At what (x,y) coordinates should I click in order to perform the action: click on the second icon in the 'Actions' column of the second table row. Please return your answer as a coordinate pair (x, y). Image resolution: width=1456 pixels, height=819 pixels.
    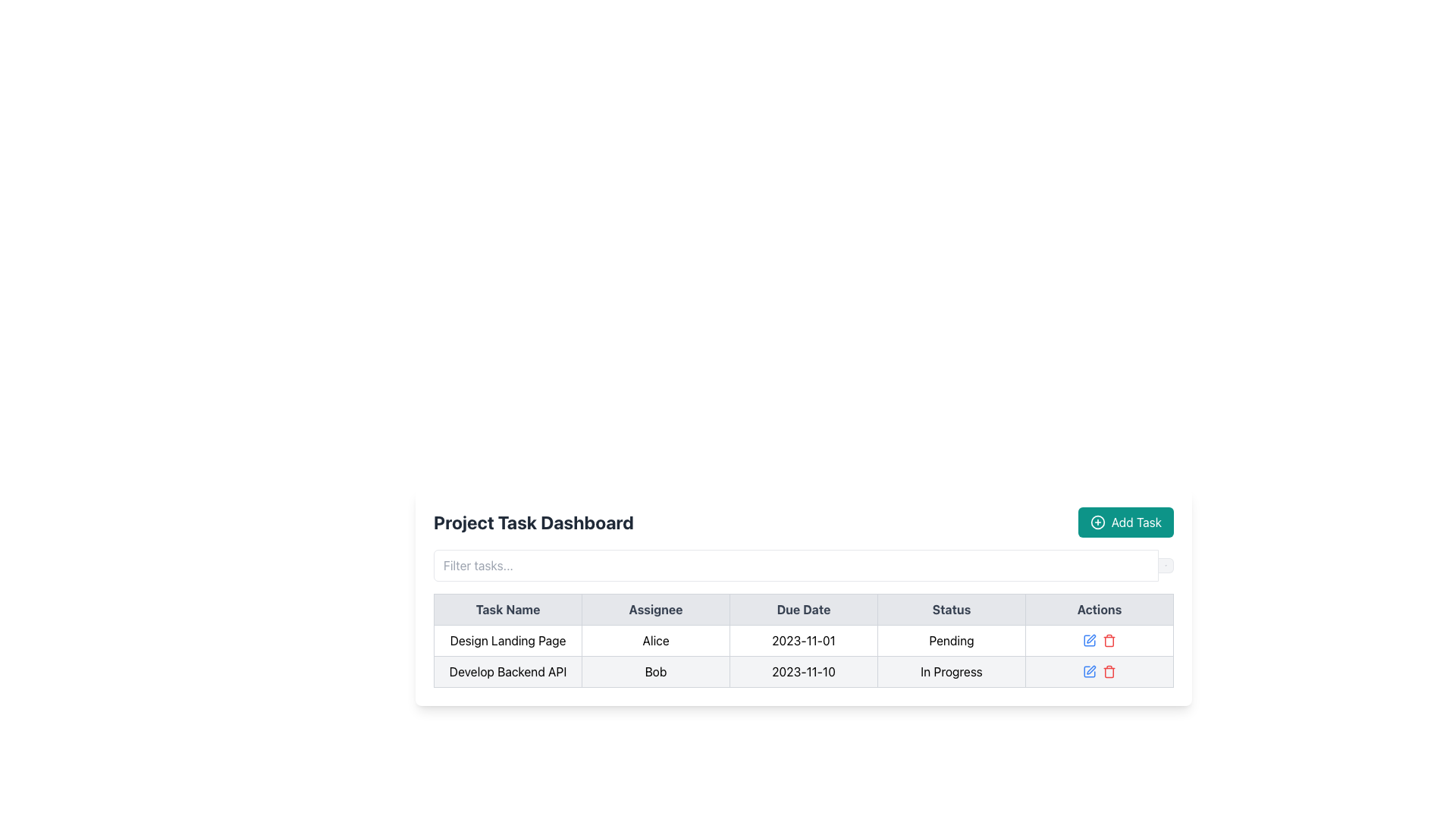
    Looking at the image, I should click on (1090, 669).